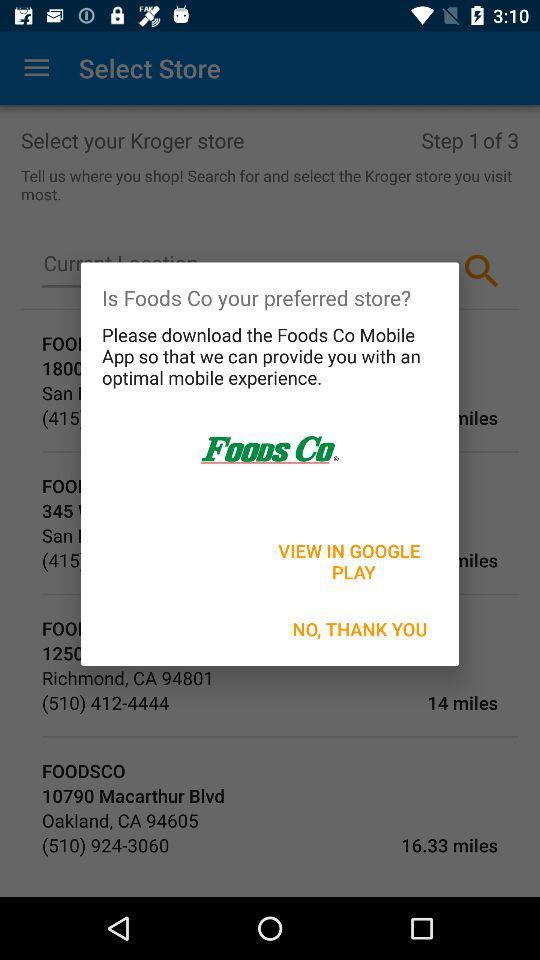  Describe the element at coordinates (350, 561) in the screenshot. I see `the icon above no, thank you icon` at that location.